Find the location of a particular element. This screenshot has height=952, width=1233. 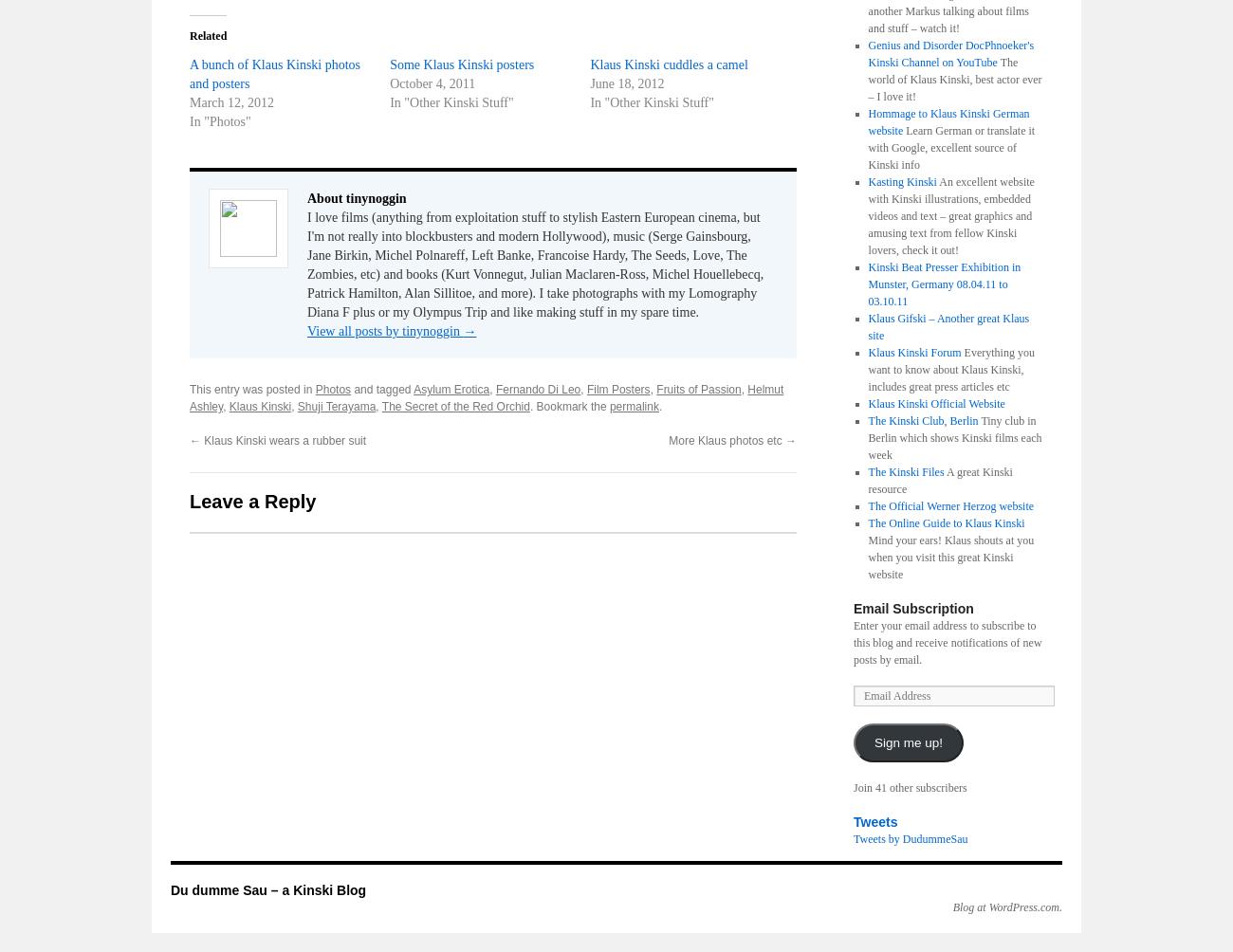

'Tiny club in Berlin which shows Kinski films each week' is located at coordinates (953, 437).